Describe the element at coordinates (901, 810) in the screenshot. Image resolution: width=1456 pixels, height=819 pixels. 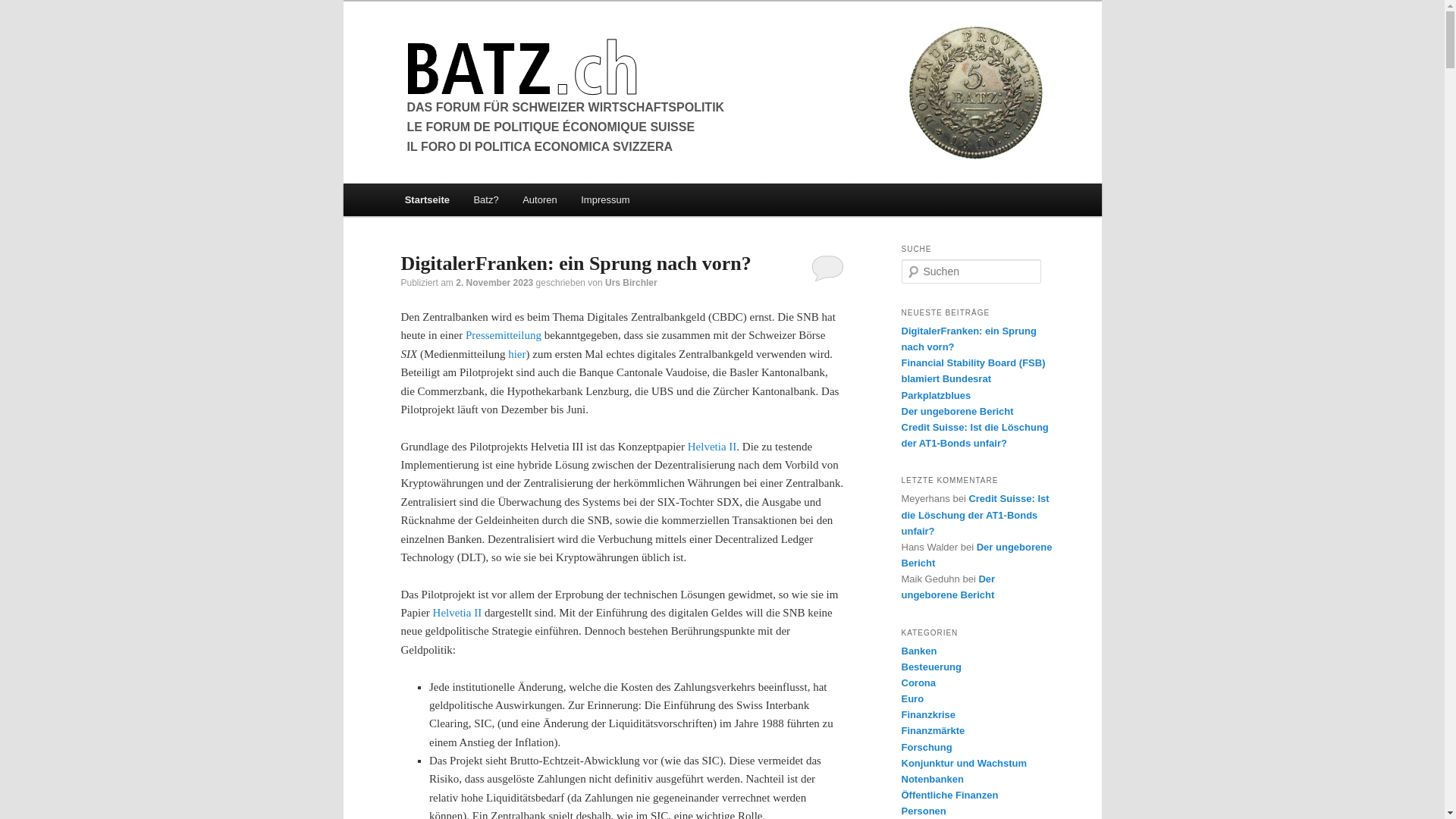
I see `'Personen'` at that location.